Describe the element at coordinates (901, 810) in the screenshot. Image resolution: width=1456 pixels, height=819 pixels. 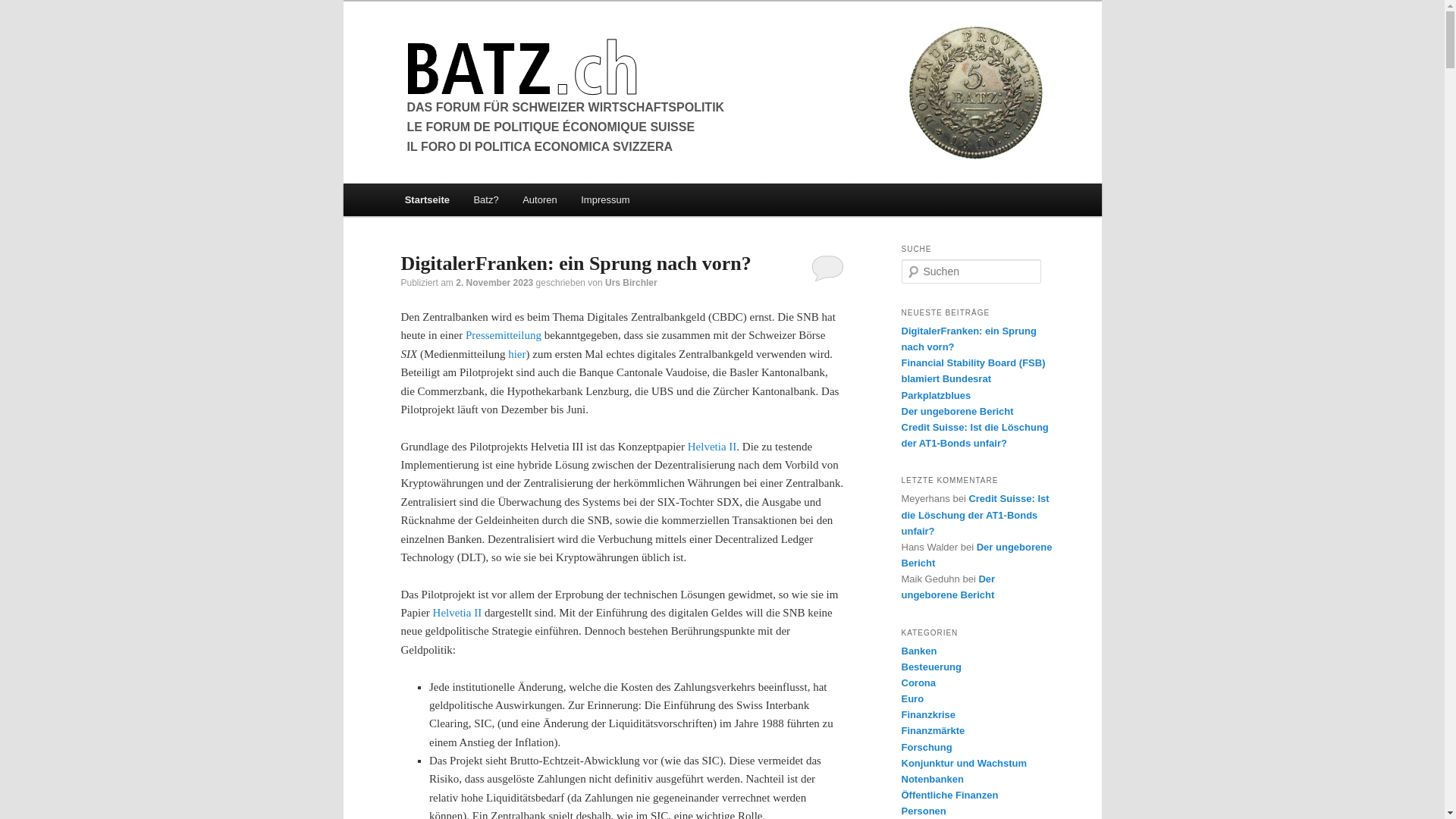
I see `'Personen'` at that location.